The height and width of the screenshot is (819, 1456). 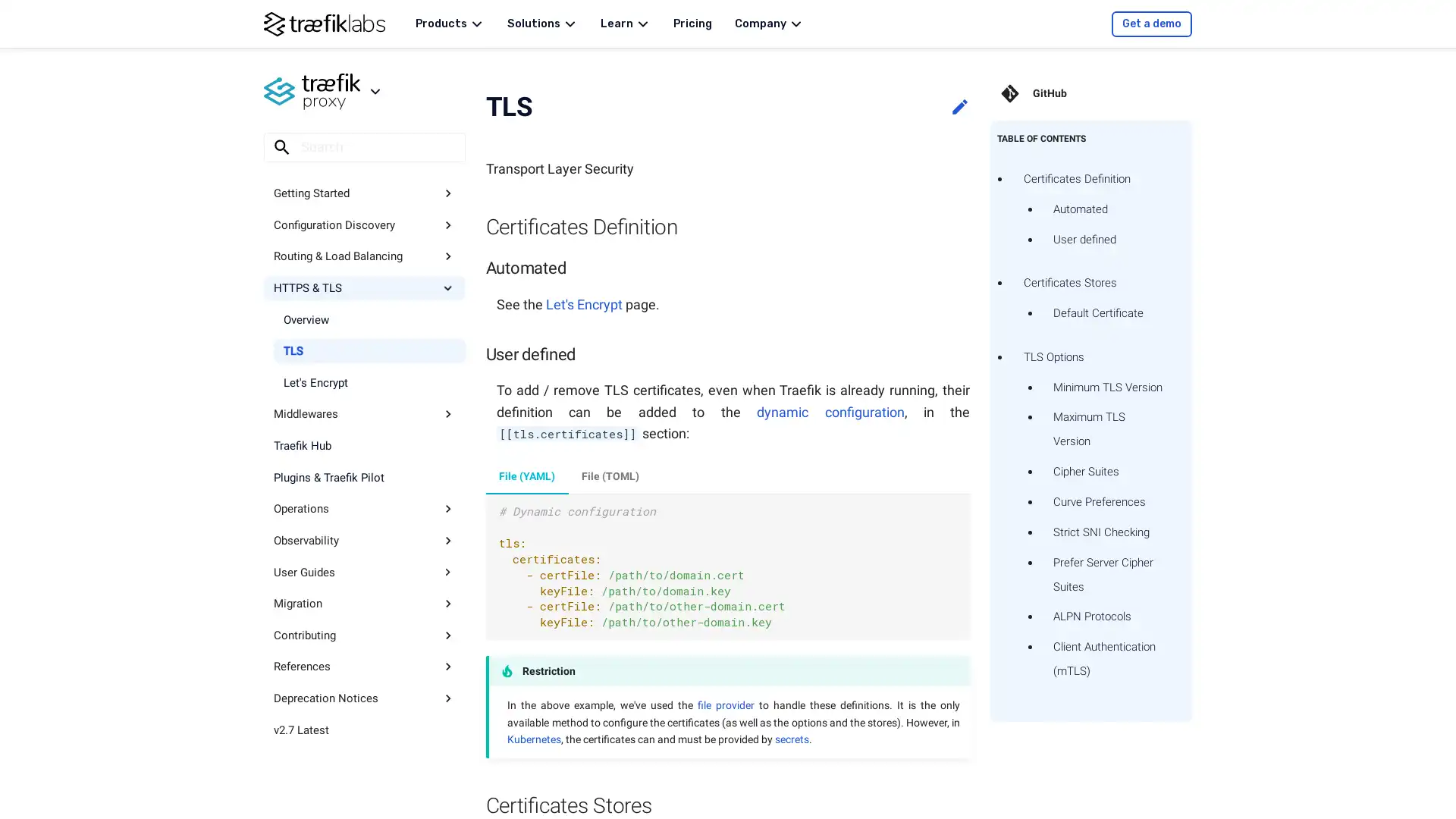 I want to click on Clear, so click(x=806, y=20).